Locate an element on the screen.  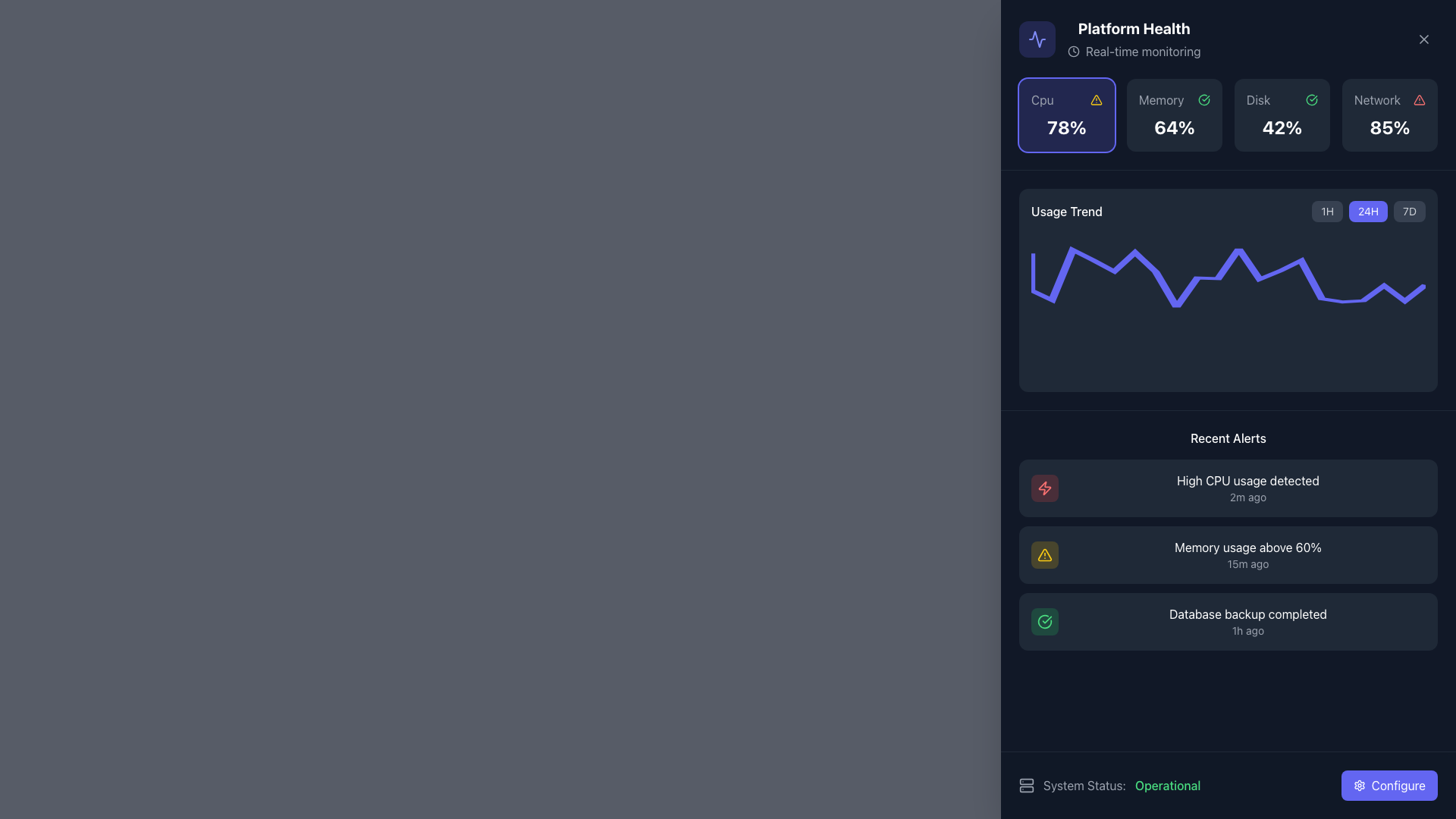
system status information from the Status bar displaying 'System Status: Operational' and the 'Configure' button located at the bottom-right of the interface is located at coordinates (1228, 785).